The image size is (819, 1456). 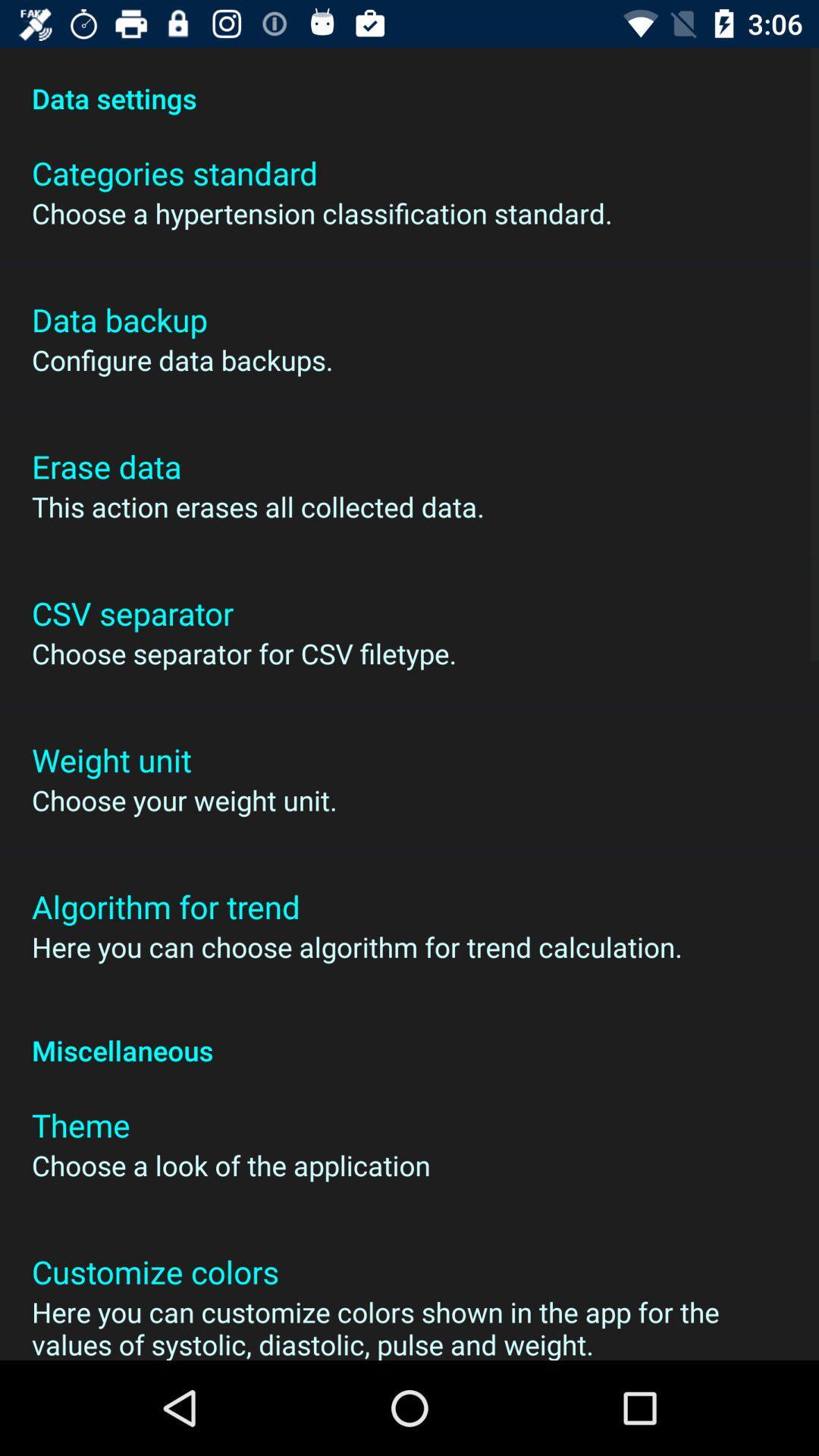 I want to click on icon below configure data backups., so click(x=105, y=465).